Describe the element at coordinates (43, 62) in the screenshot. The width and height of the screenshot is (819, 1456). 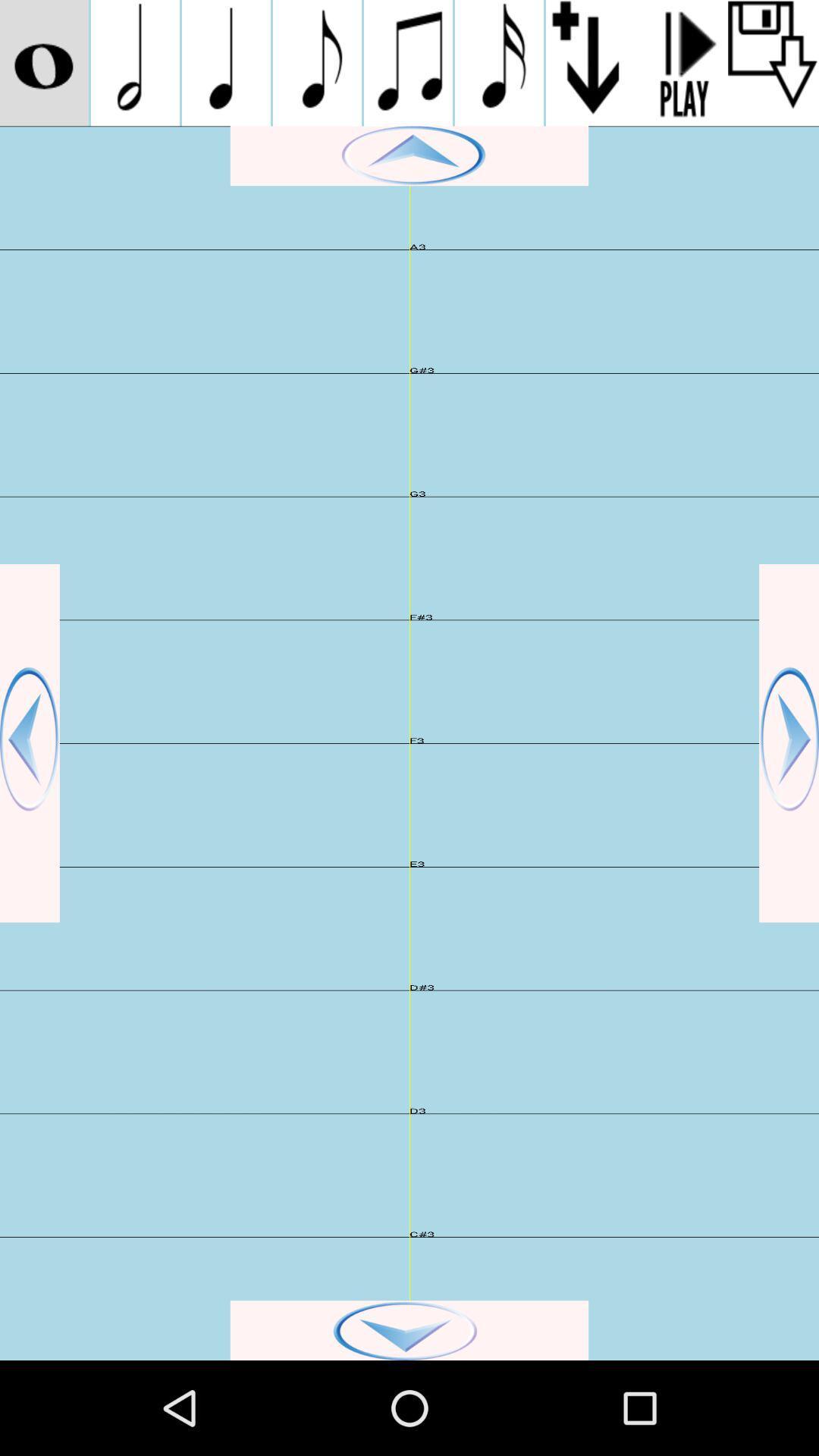
I see `other` at that location.